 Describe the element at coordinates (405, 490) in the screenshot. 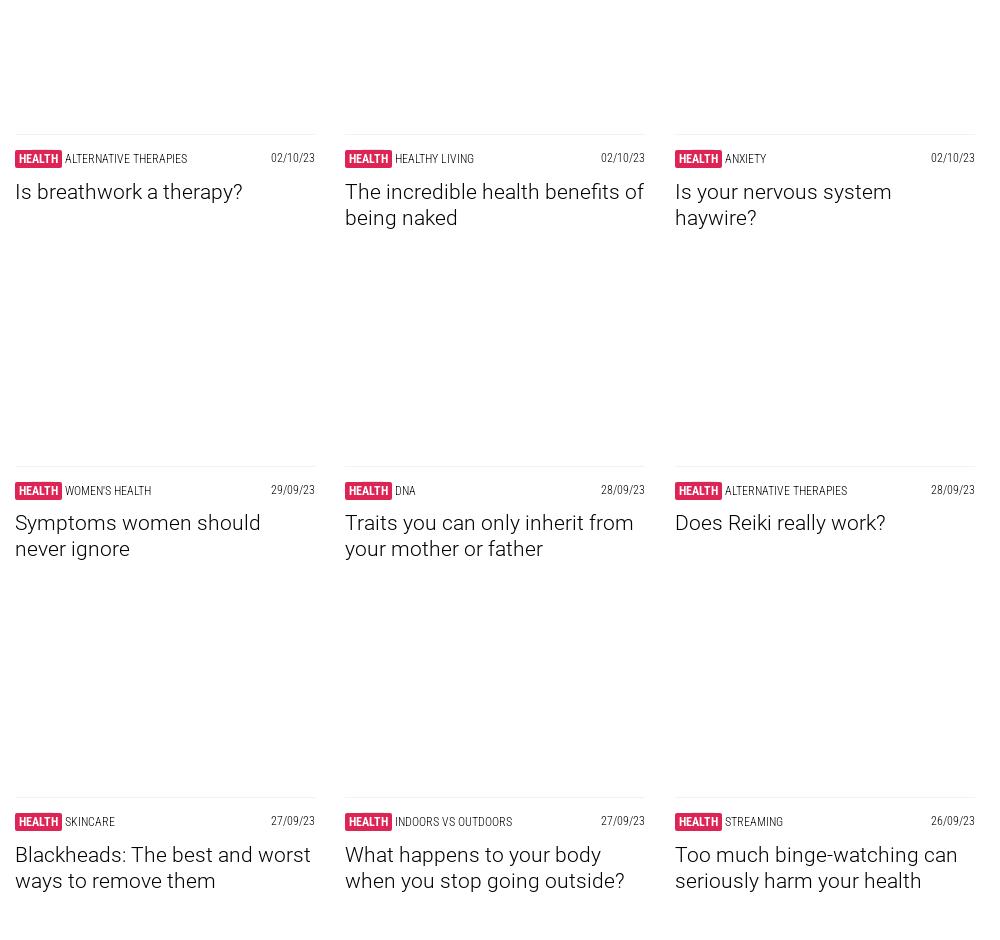

I see `'Dna'` at that location.